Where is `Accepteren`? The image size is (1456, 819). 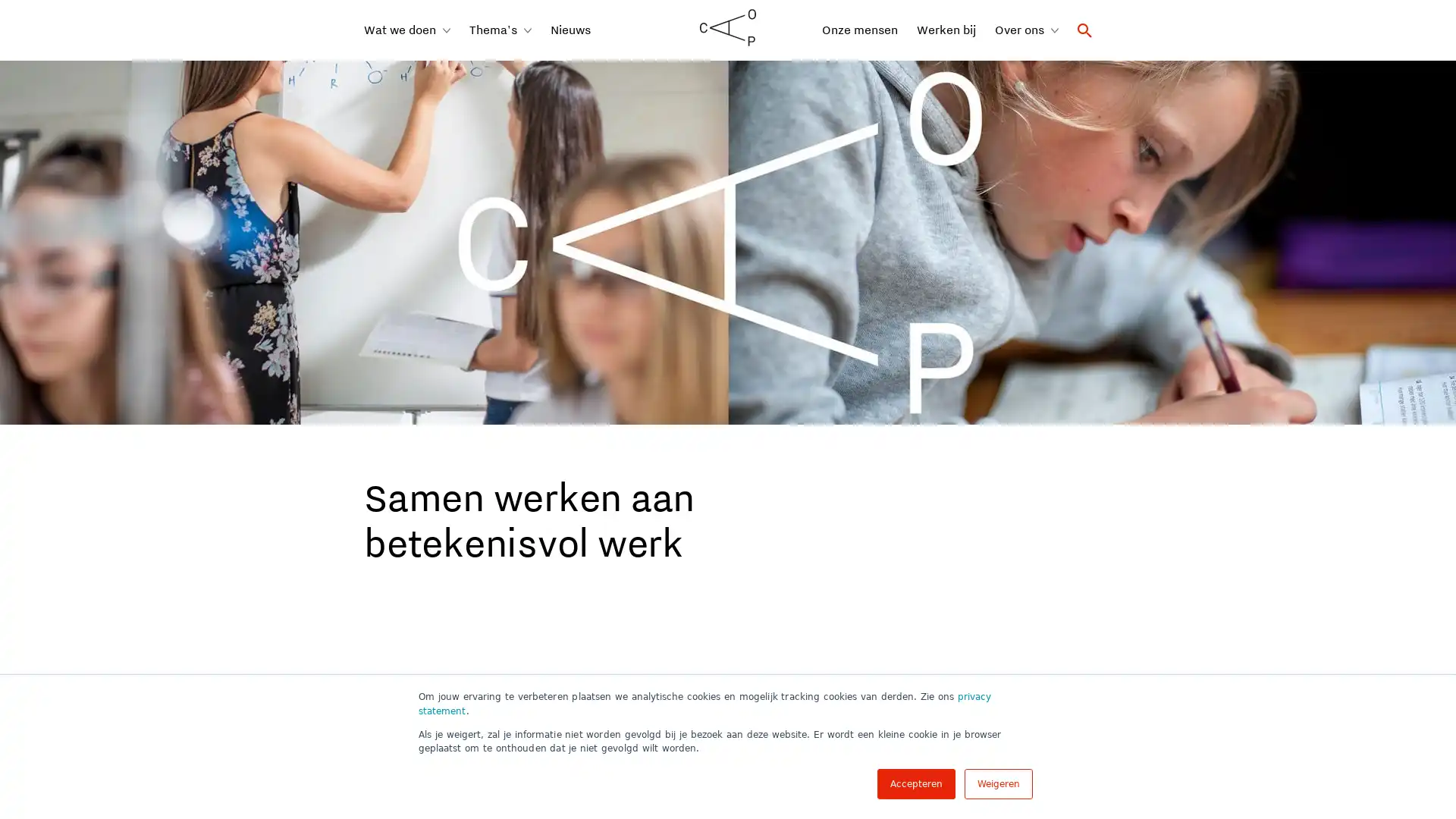 Accepteren is located at coordinates (915, 783).